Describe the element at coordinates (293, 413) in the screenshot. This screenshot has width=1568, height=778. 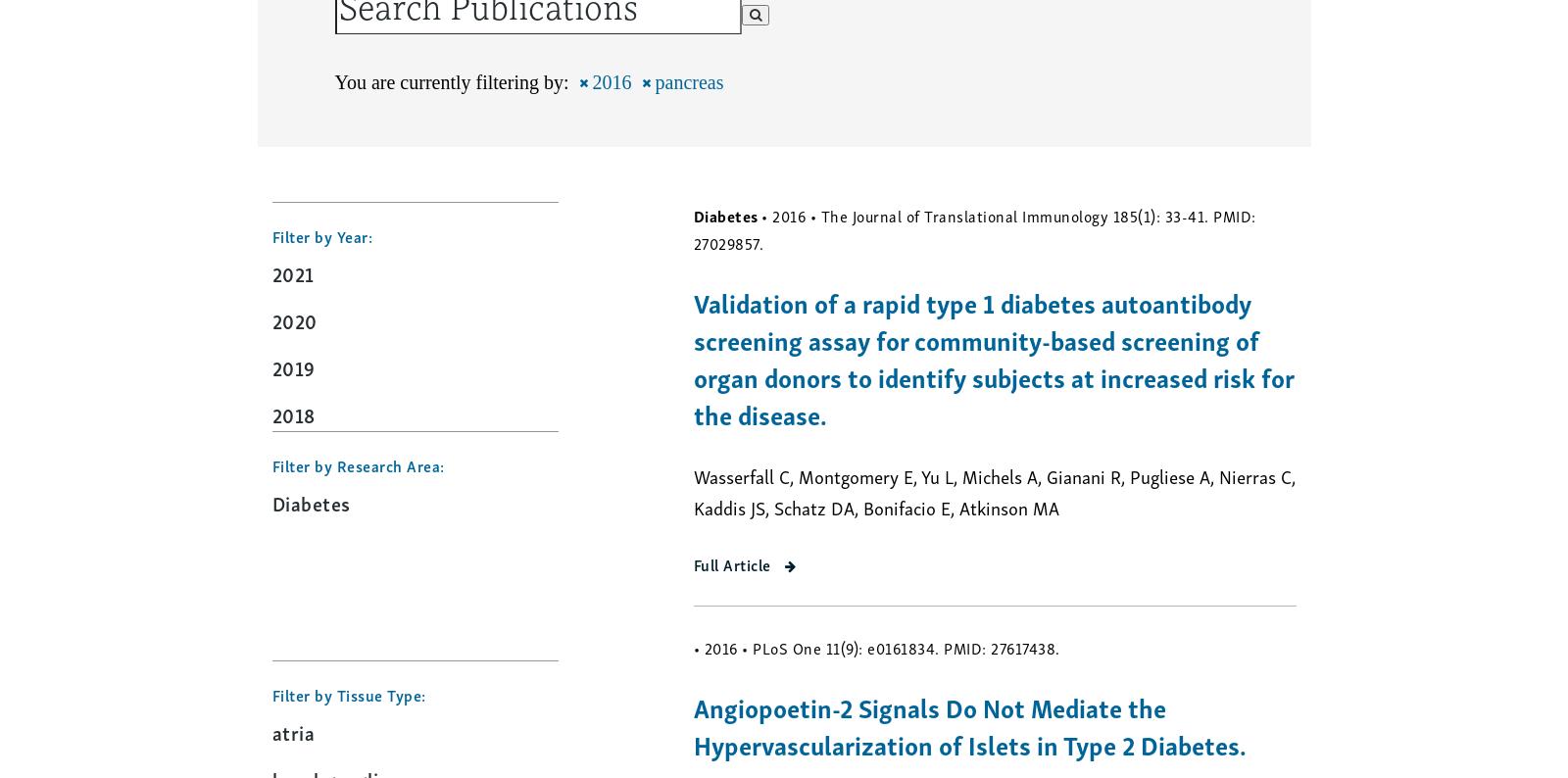
I see `'2018'` at that location.